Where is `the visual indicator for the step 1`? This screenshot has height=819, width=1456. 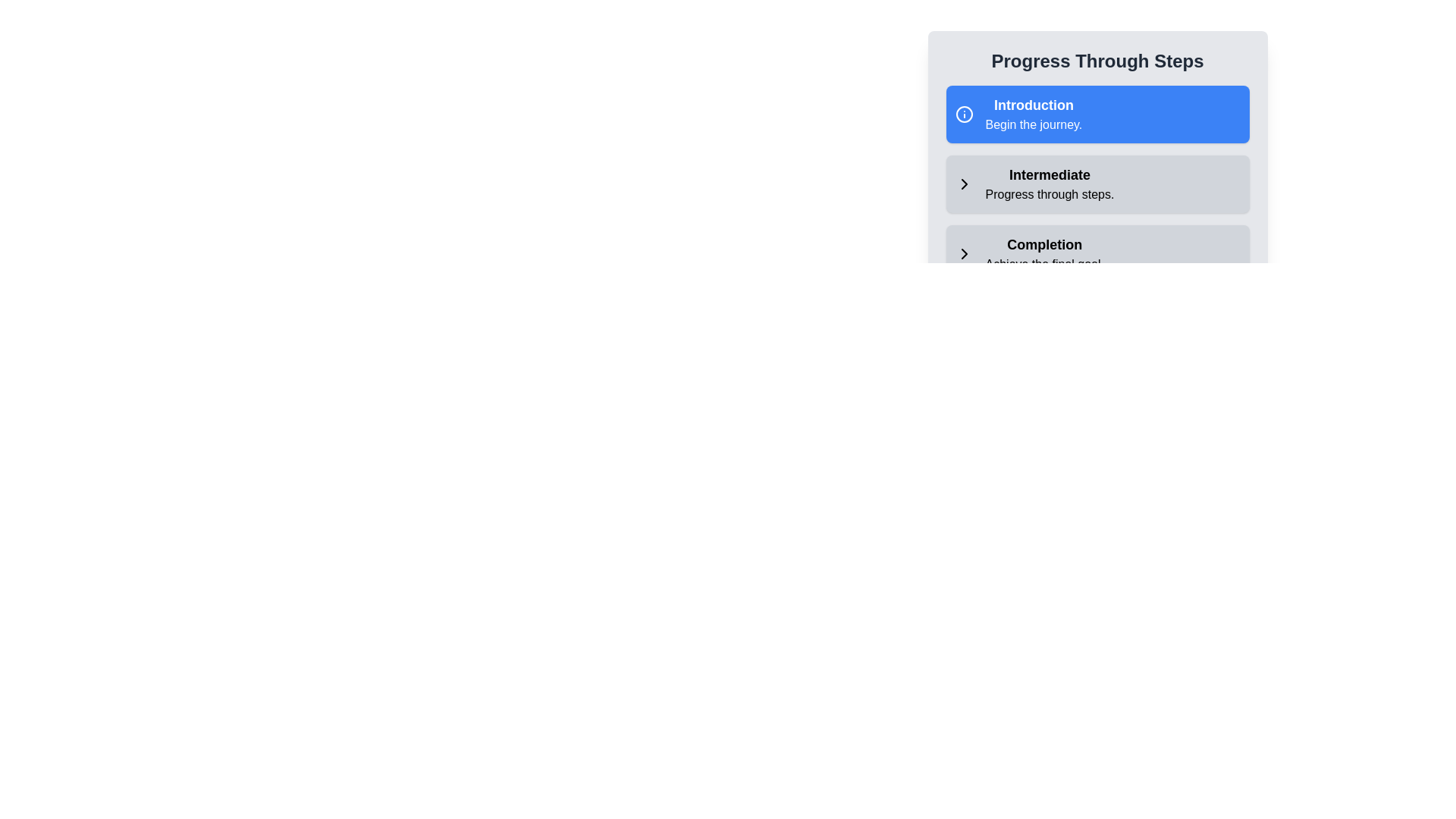 the visual indicator for the step 1 is located at coordinates (963, 113).